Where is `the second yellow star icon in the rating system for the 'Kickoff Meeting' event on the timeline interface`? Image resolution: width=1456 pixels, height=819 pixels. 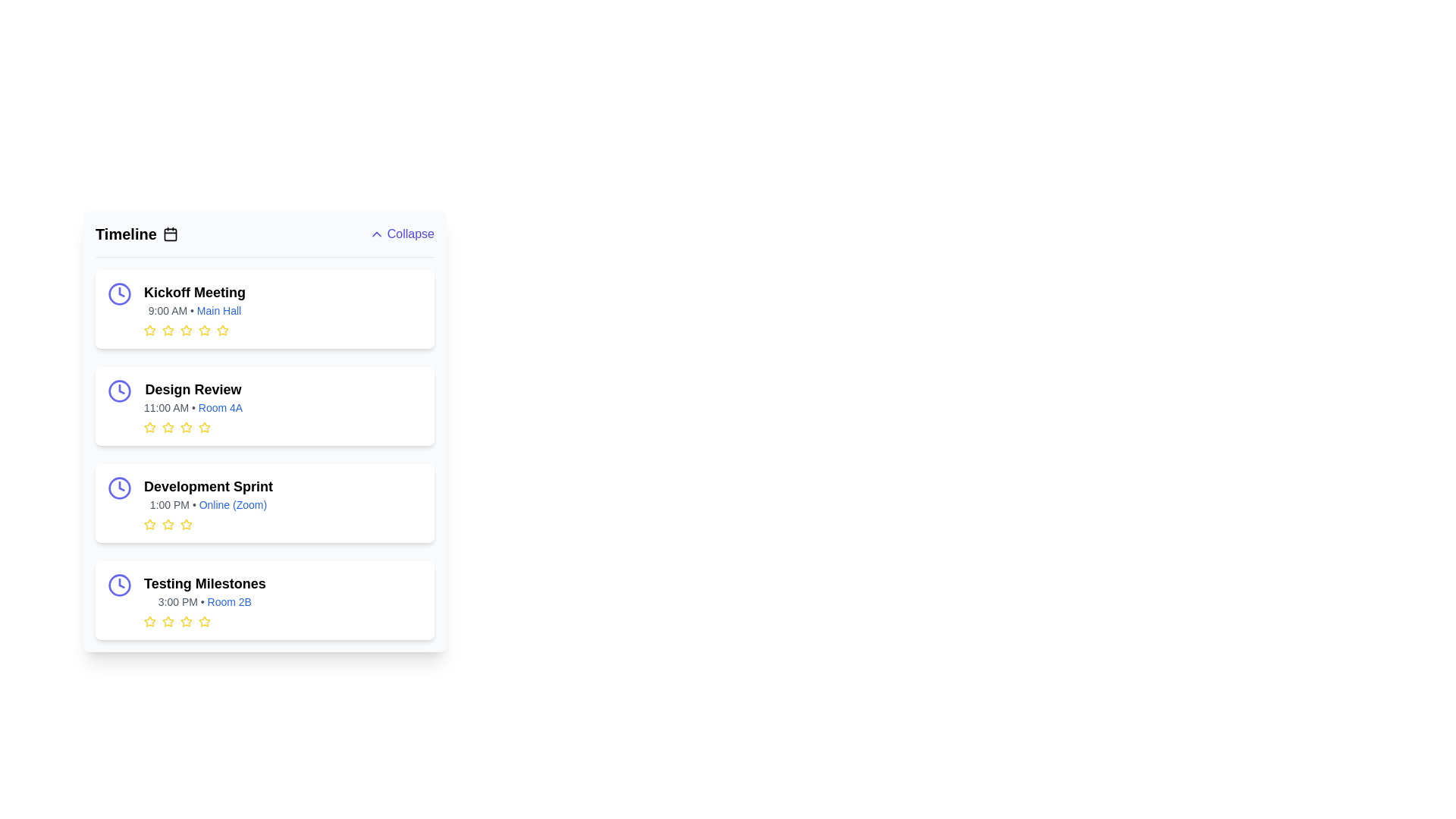 the second yellow star icon in the rating system for the 'Kickoff Meeting' event on the timeline interface is located at coordinates (168, 329).